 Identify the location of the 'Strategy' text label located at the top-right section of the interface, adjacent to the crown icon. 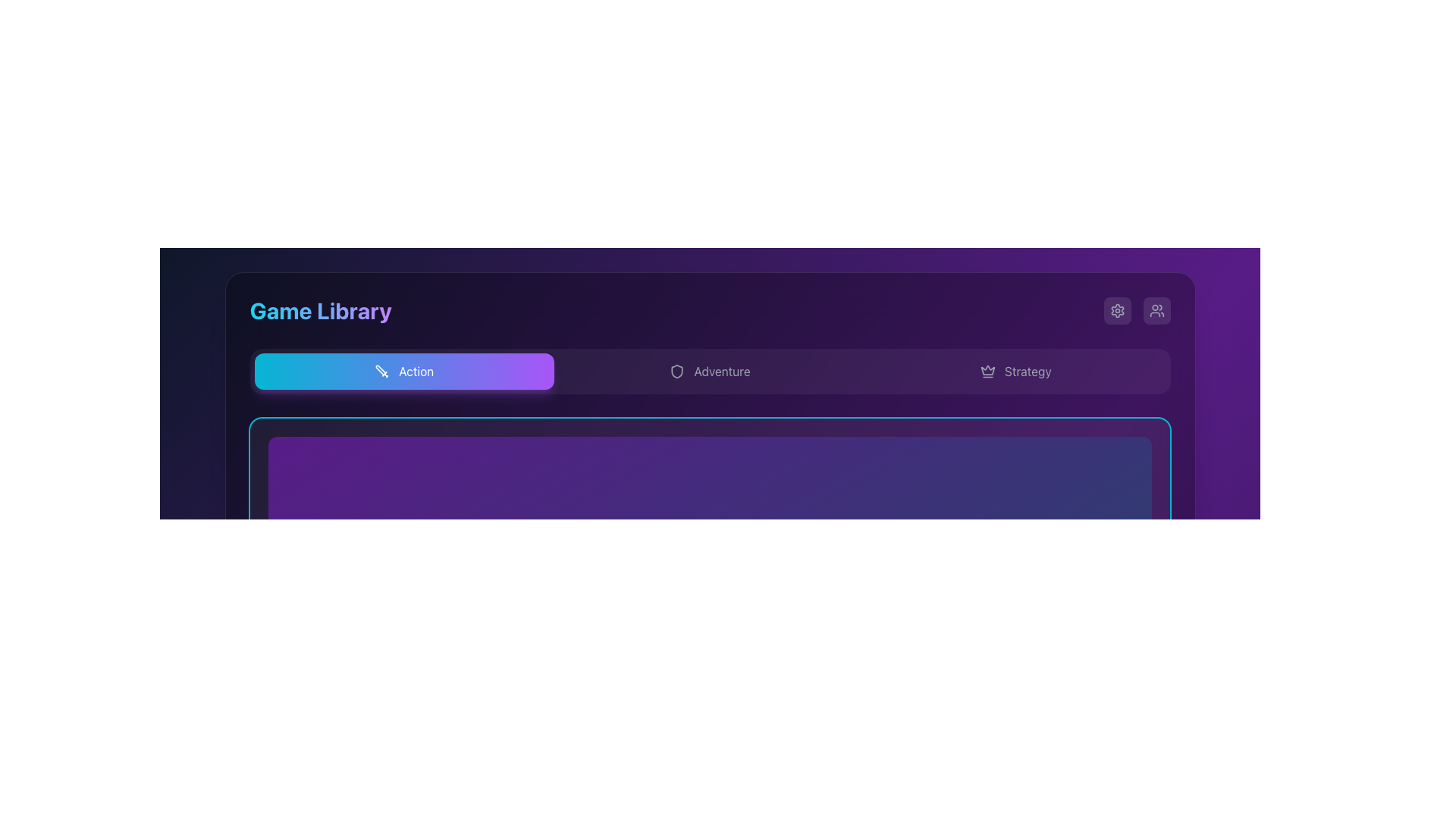
(1028, 371).